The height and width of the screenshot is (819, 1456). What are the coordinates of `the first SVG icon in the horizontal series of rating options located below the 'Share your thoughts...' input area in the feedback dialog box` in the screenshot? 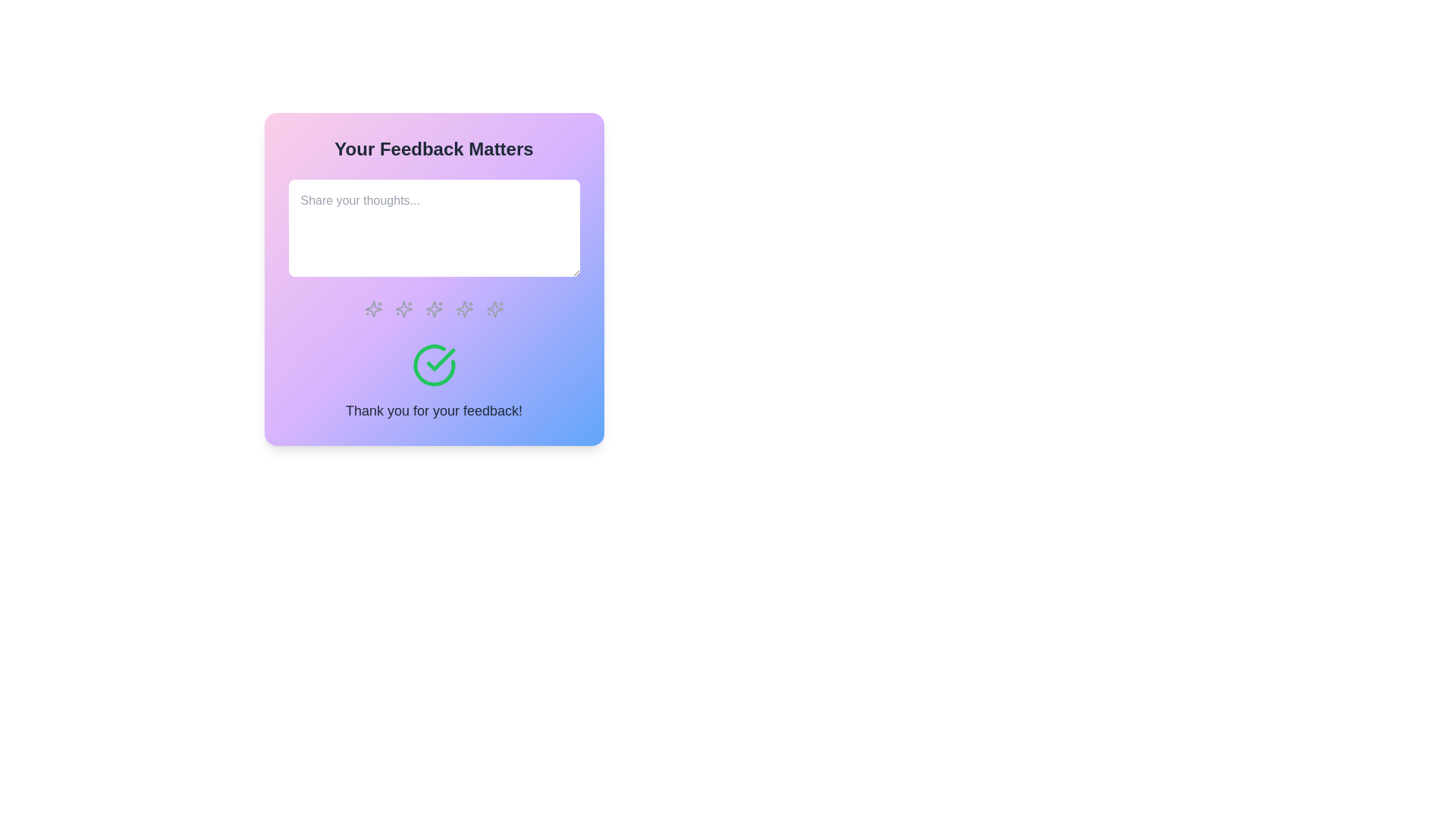 It's located at (403, 309).